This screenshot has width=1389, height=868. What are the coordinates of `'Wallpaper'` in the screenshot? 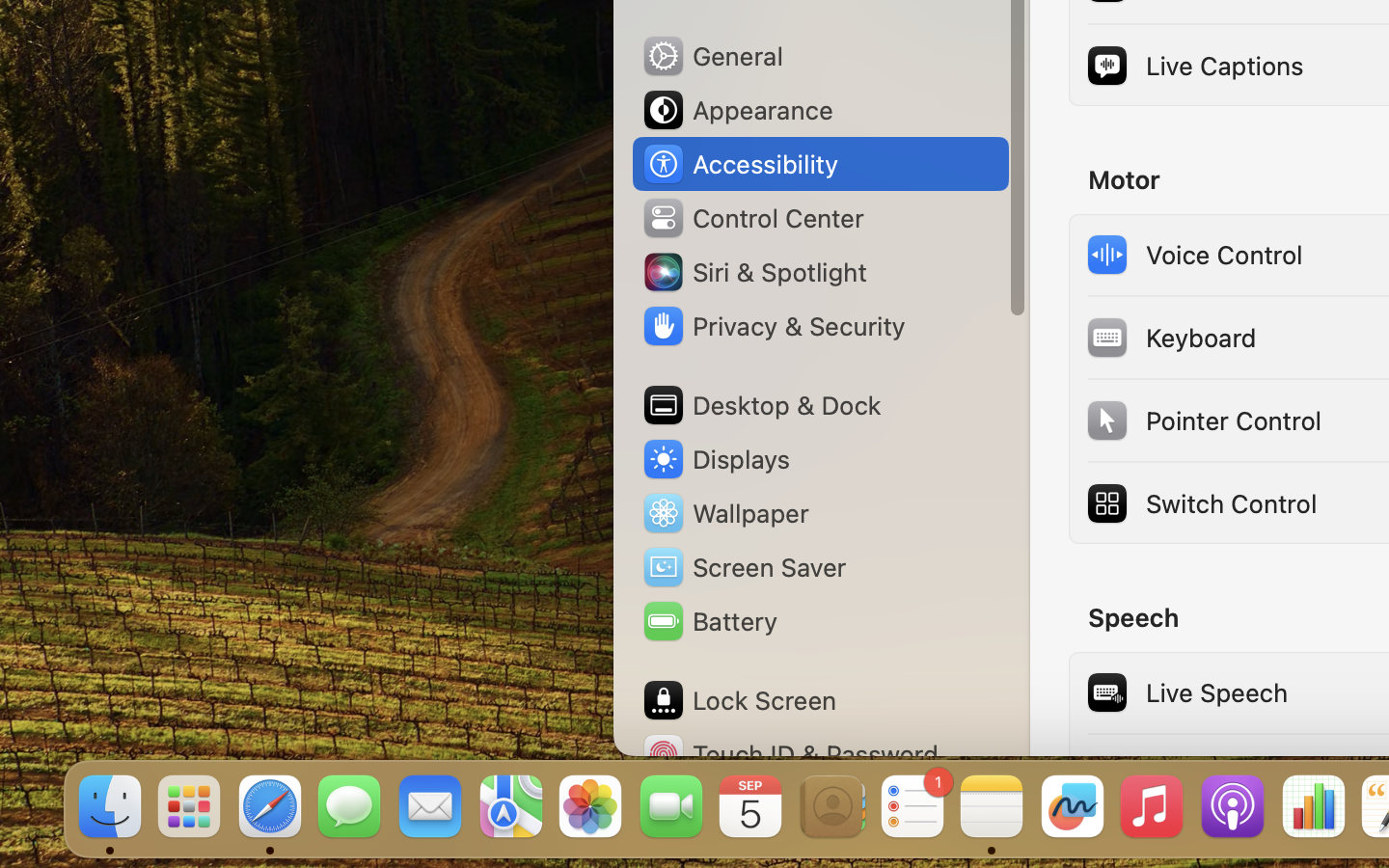 It's located at (722, 511).